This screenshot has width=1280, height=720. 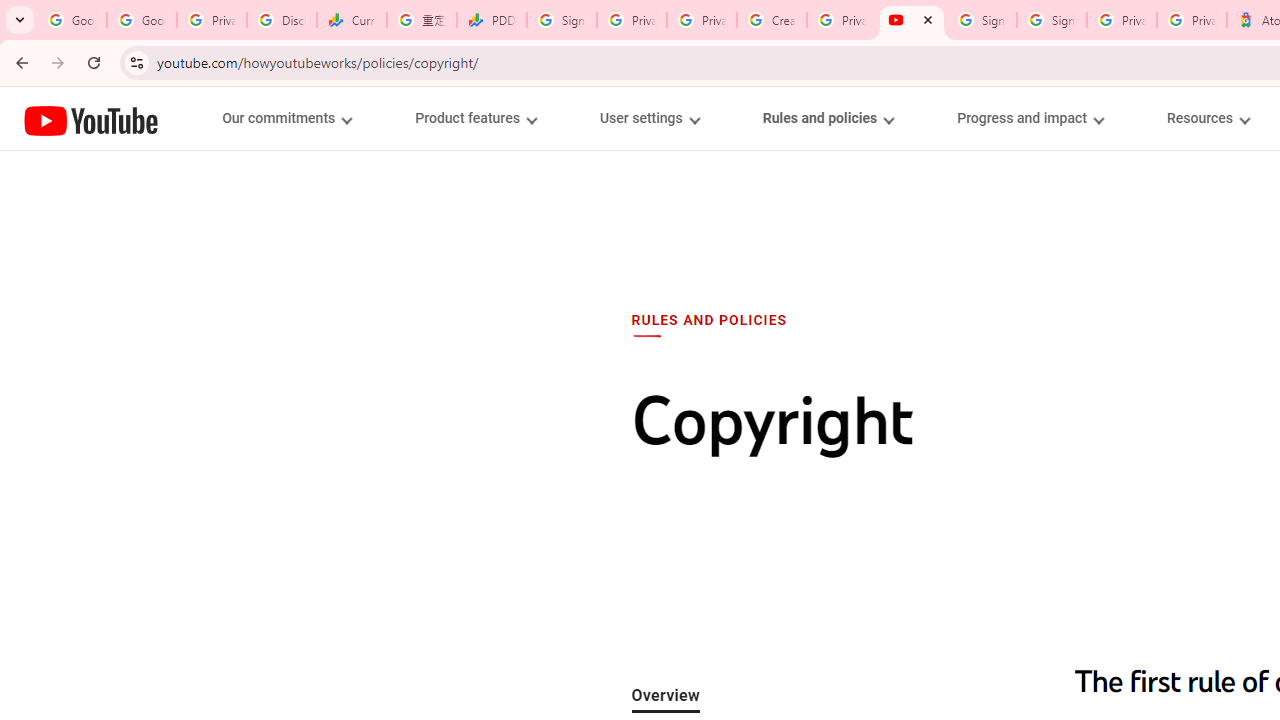 What do you see at coordinates (285, 118) in the screenshot?
I see `'Our commitments menupopup'` at bounding box center [285, 118].